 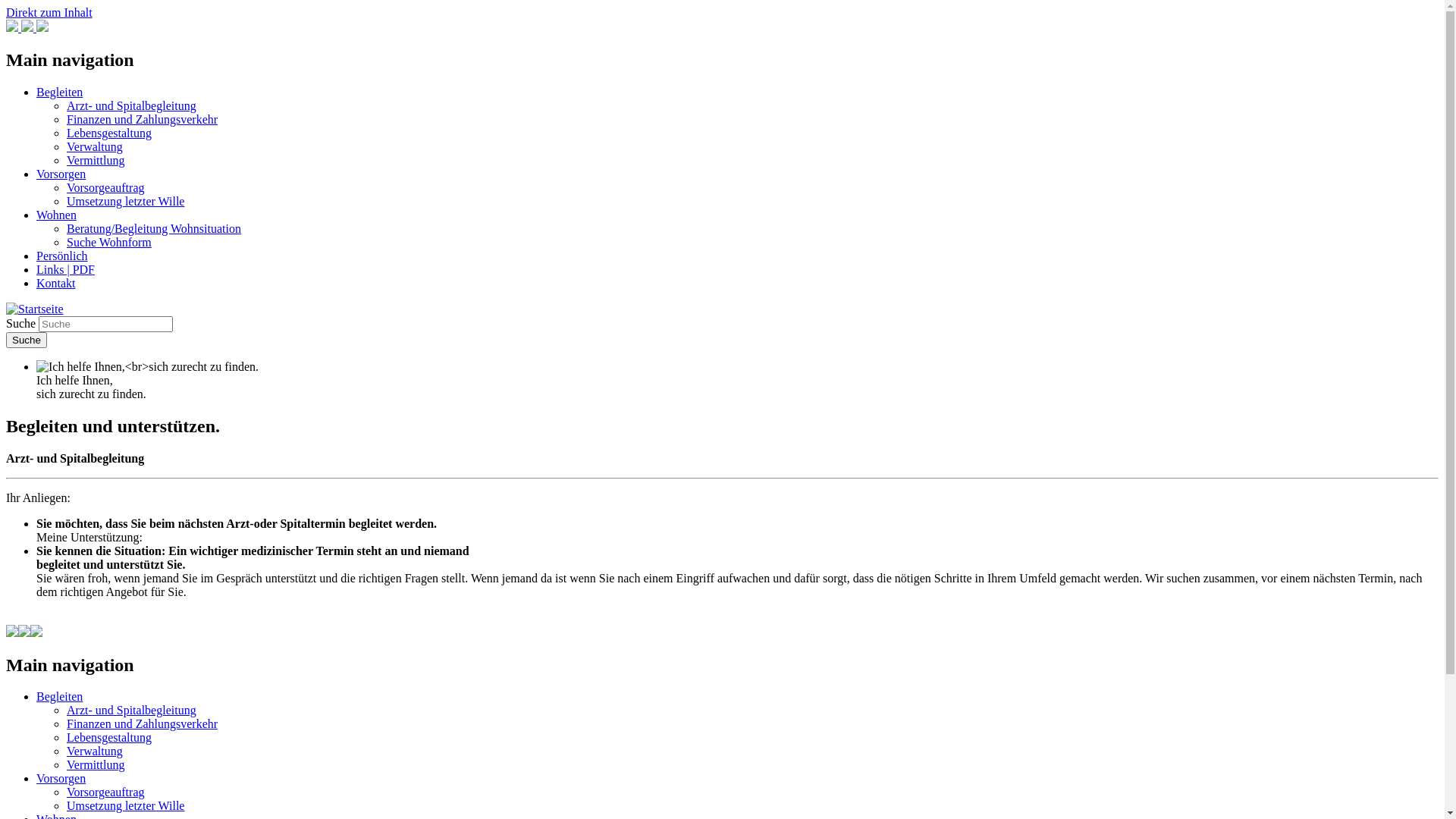 What do you see at coordinates (108, 736) in the screenshot?
I see `'Lebensgestaltung'` at bounding box center [108, 736].